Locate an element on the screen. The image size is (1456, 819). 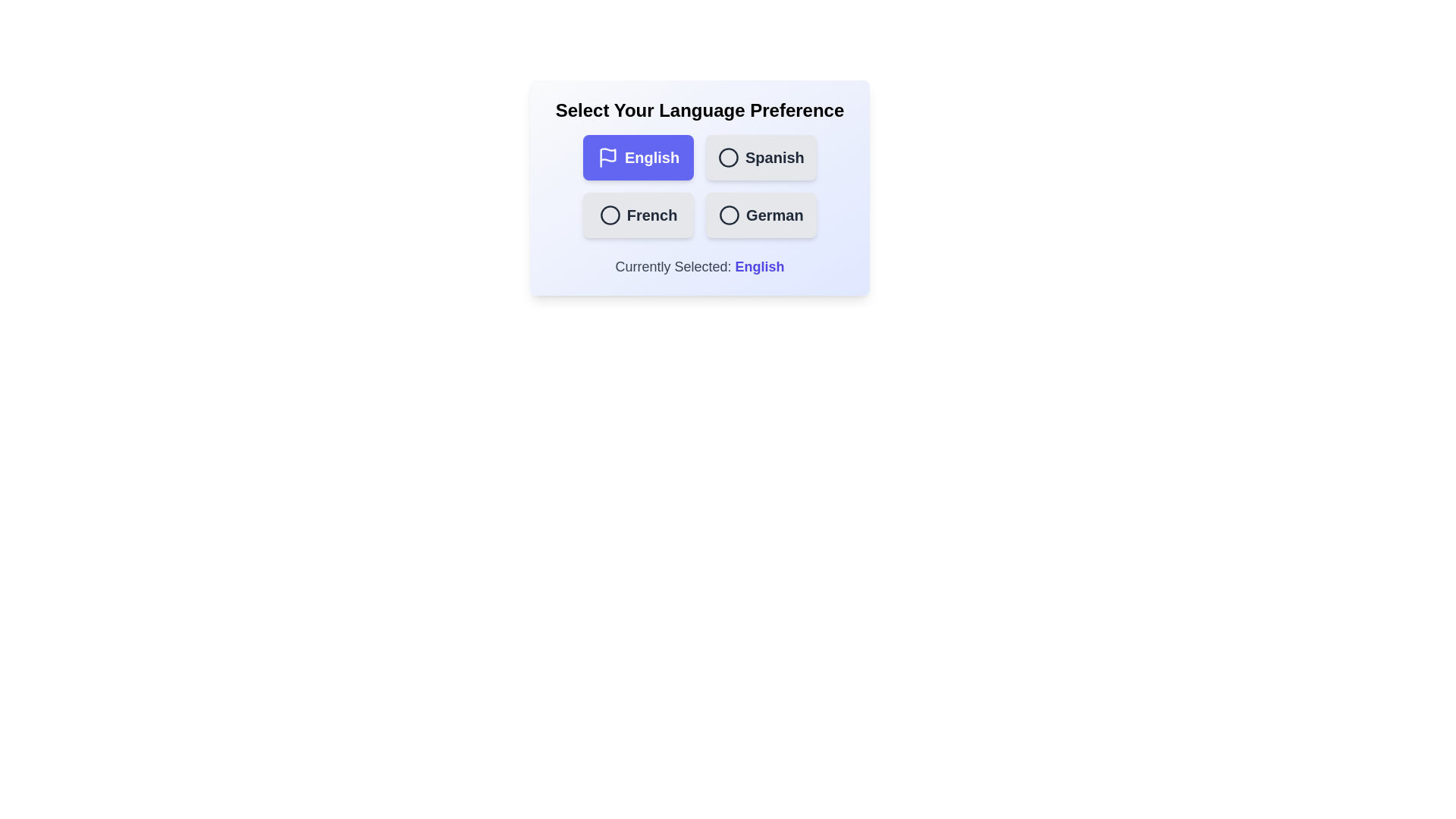
the language French by clicking on its button is located at coordinates (638, 215).